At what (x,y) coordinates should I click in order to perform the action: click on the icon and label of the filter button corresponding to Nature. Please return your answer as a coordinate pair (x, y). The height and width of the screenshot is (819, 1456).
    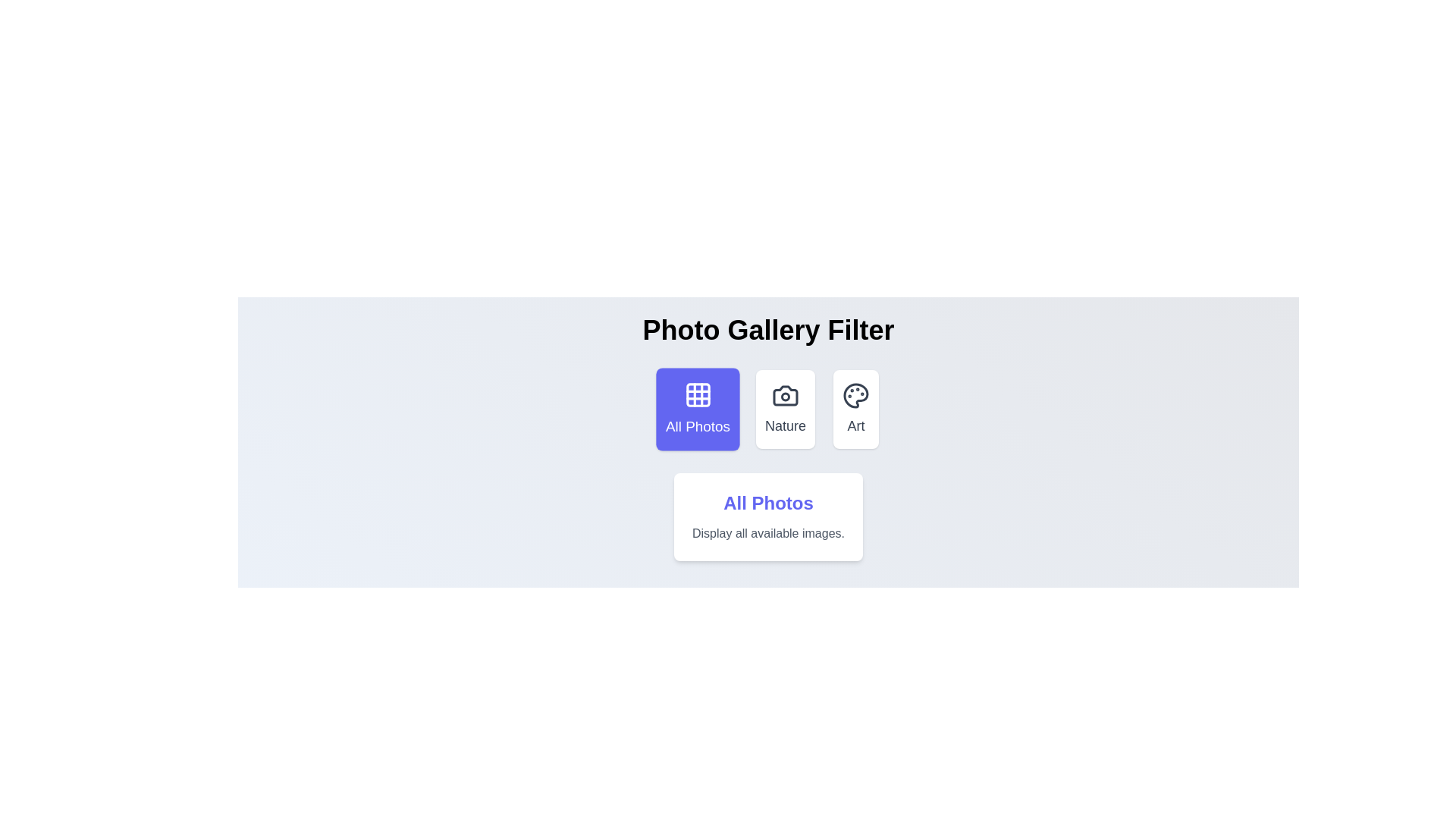
    Looking at the image, I should click on (786, 409).